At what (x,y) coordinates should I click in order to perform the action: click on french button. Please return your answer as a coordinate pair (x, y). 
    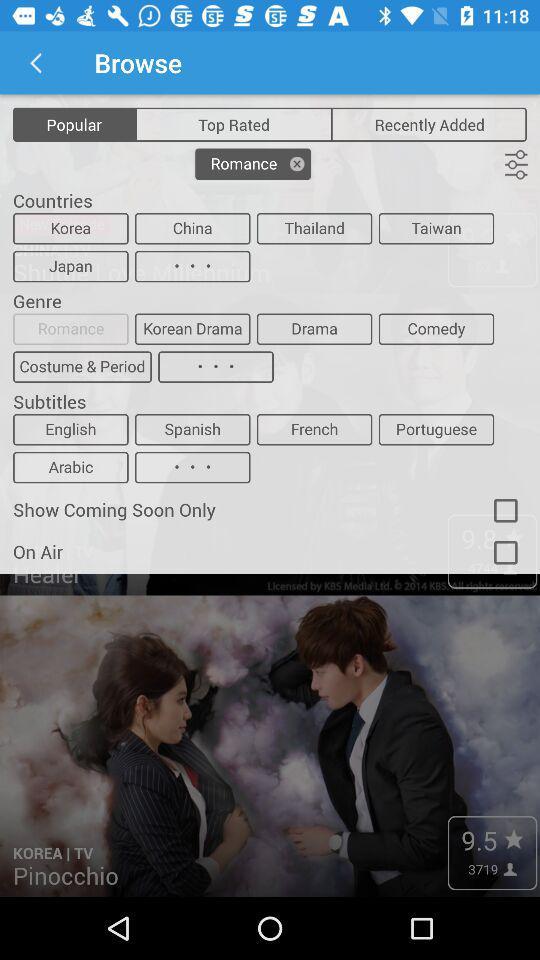
    Looking at the image, I should click on (314, 429).